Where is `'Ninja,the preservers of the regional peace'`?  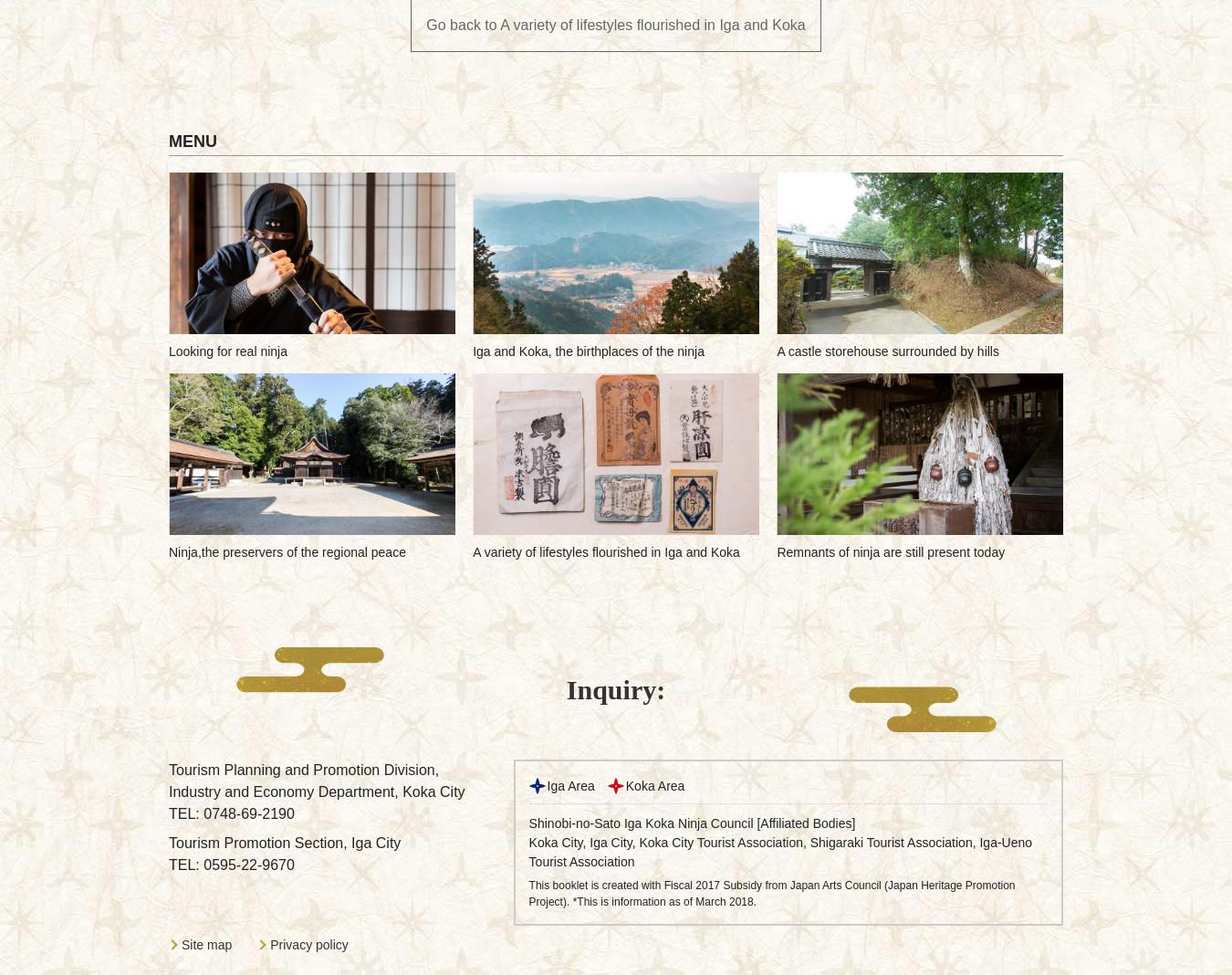 'Ninja,the preservers of the regional peace' is located at coordinates (286, 551).